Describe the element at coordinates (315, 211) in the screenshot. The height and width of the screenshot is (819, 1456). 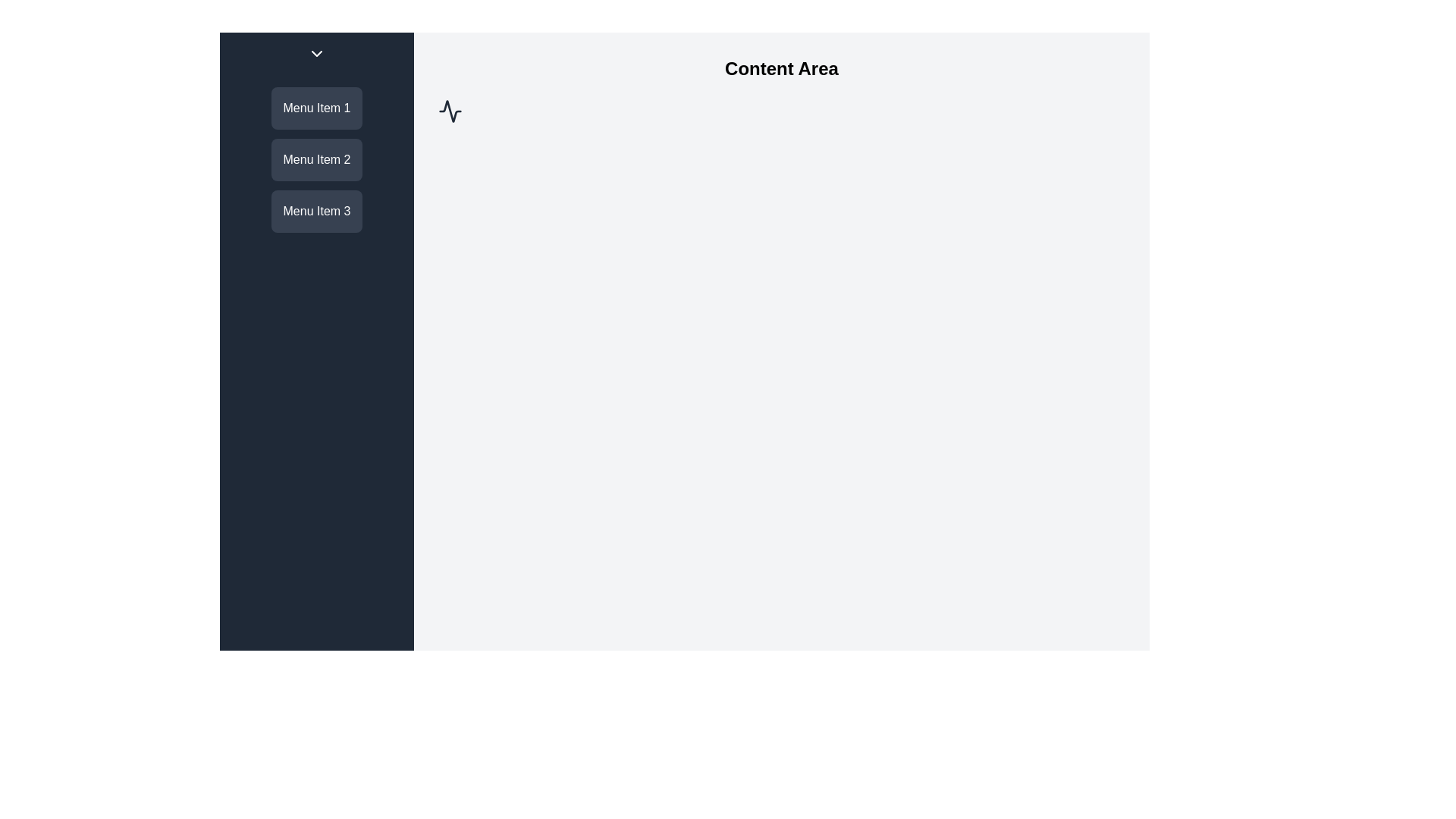
I see `the 'Menu Item 3' button, which is the third button in a vertical stack on the left sidebar with a dark gray background and white text` at that location.